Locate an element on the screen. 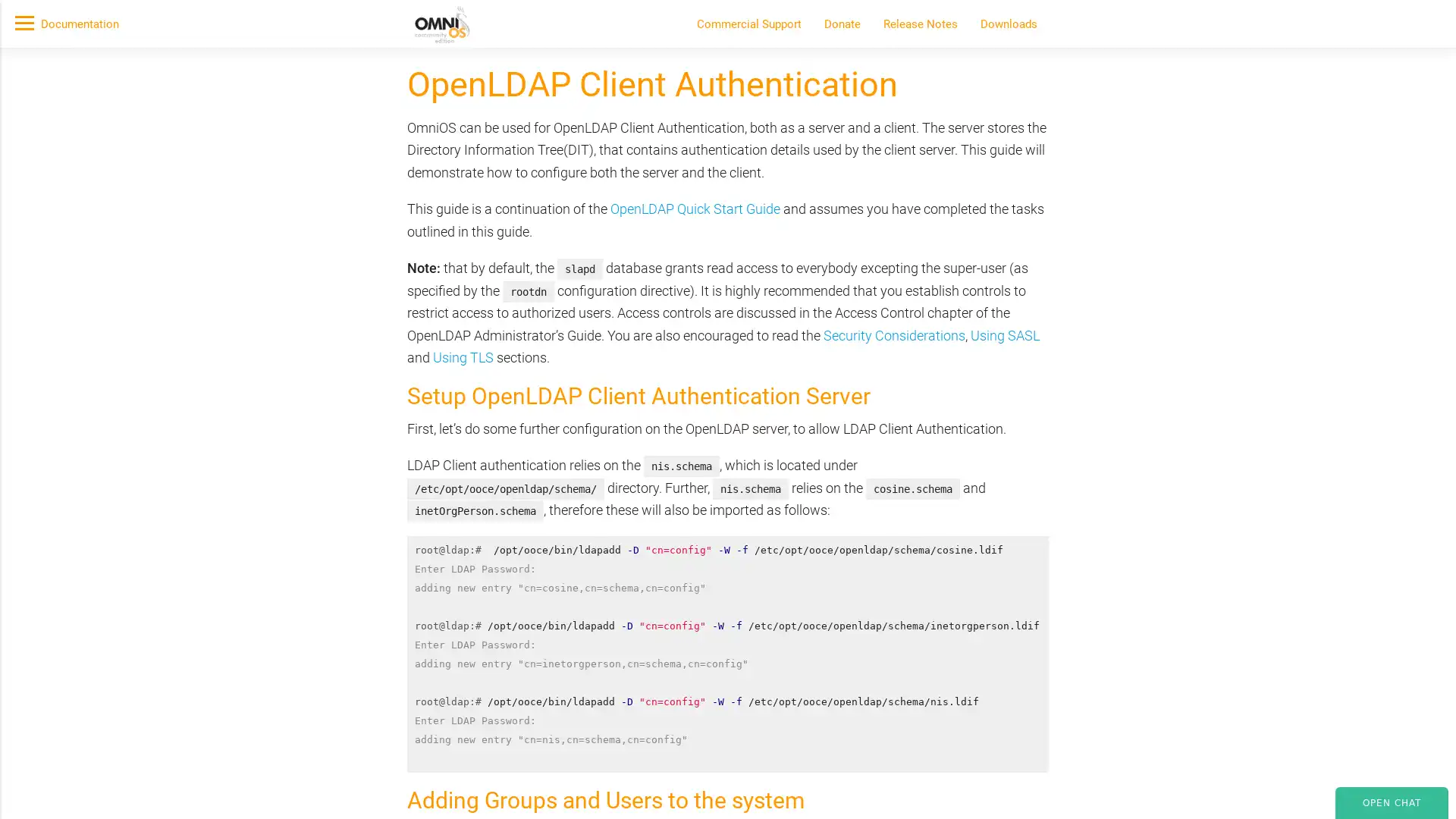  CLOSE is located at coordinates (1083, 225).